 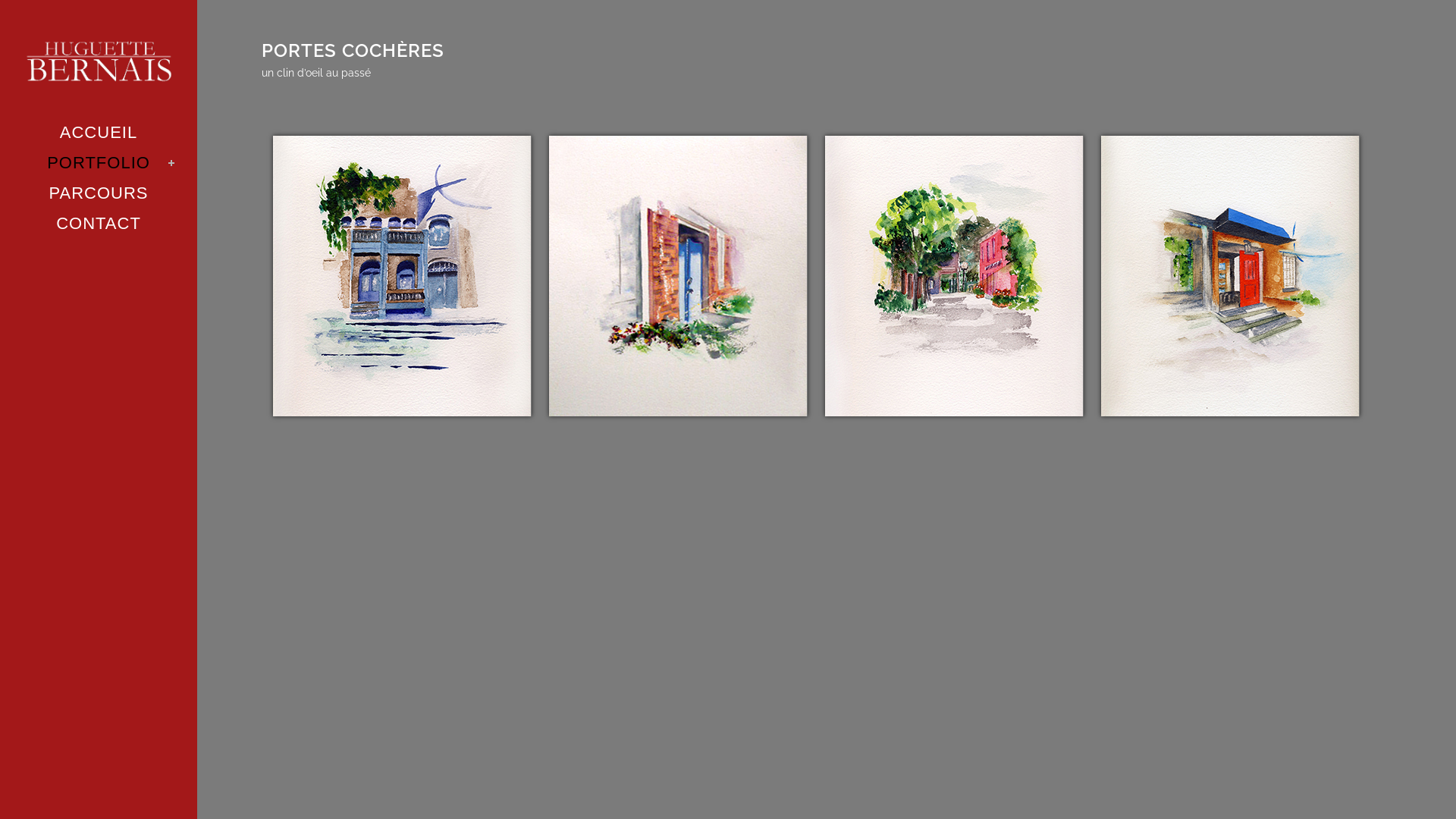 What do you see at coordinates (97, 223) in the screenshot?
I see `'CONTACT'` at bounding box center [97, 223].